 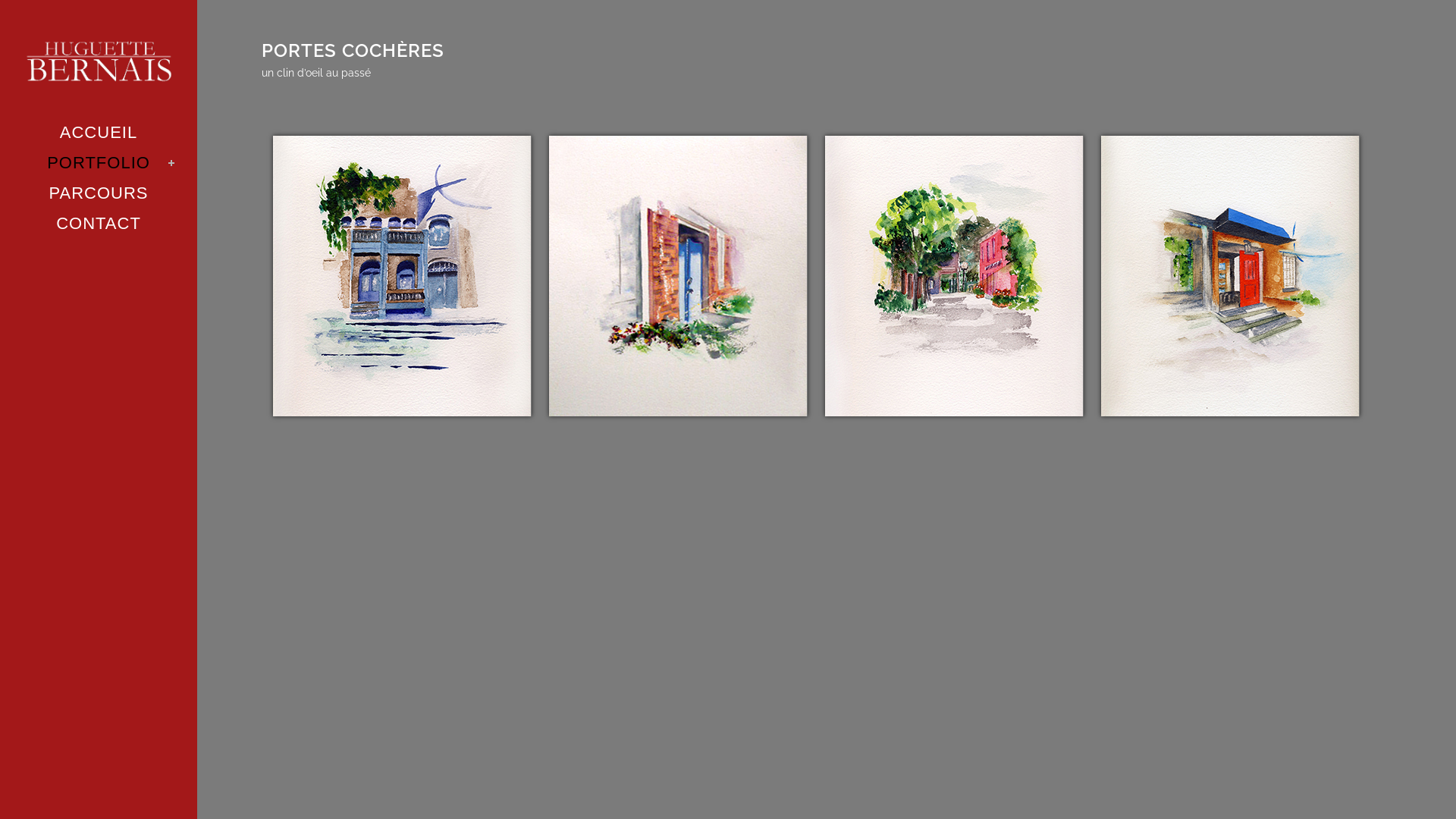 What do you see at coordinates (97, 223) in the screenshot?
I see `'CONTACT'` at bounding box center [97, 223].